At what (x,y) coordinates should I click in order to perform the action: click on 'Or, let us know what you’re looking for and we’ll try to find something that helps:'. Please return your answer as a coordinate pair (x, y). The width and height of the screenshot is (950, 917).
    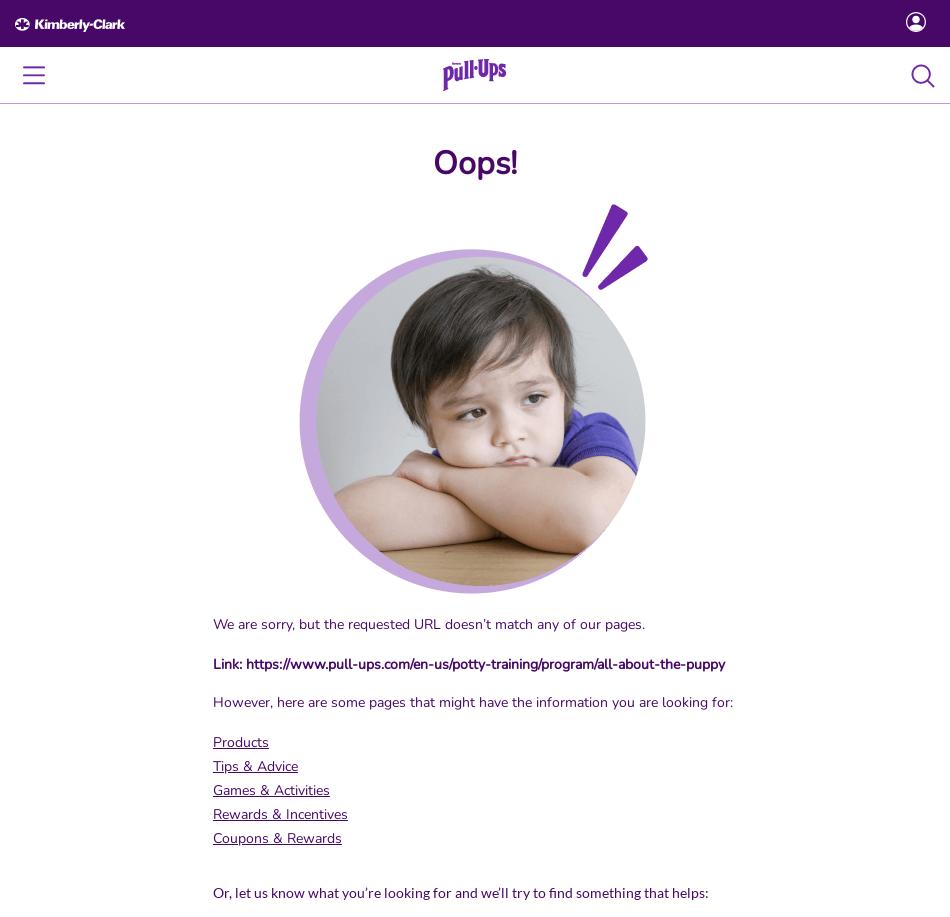
    Looking at the image, I should click on (458, 891).